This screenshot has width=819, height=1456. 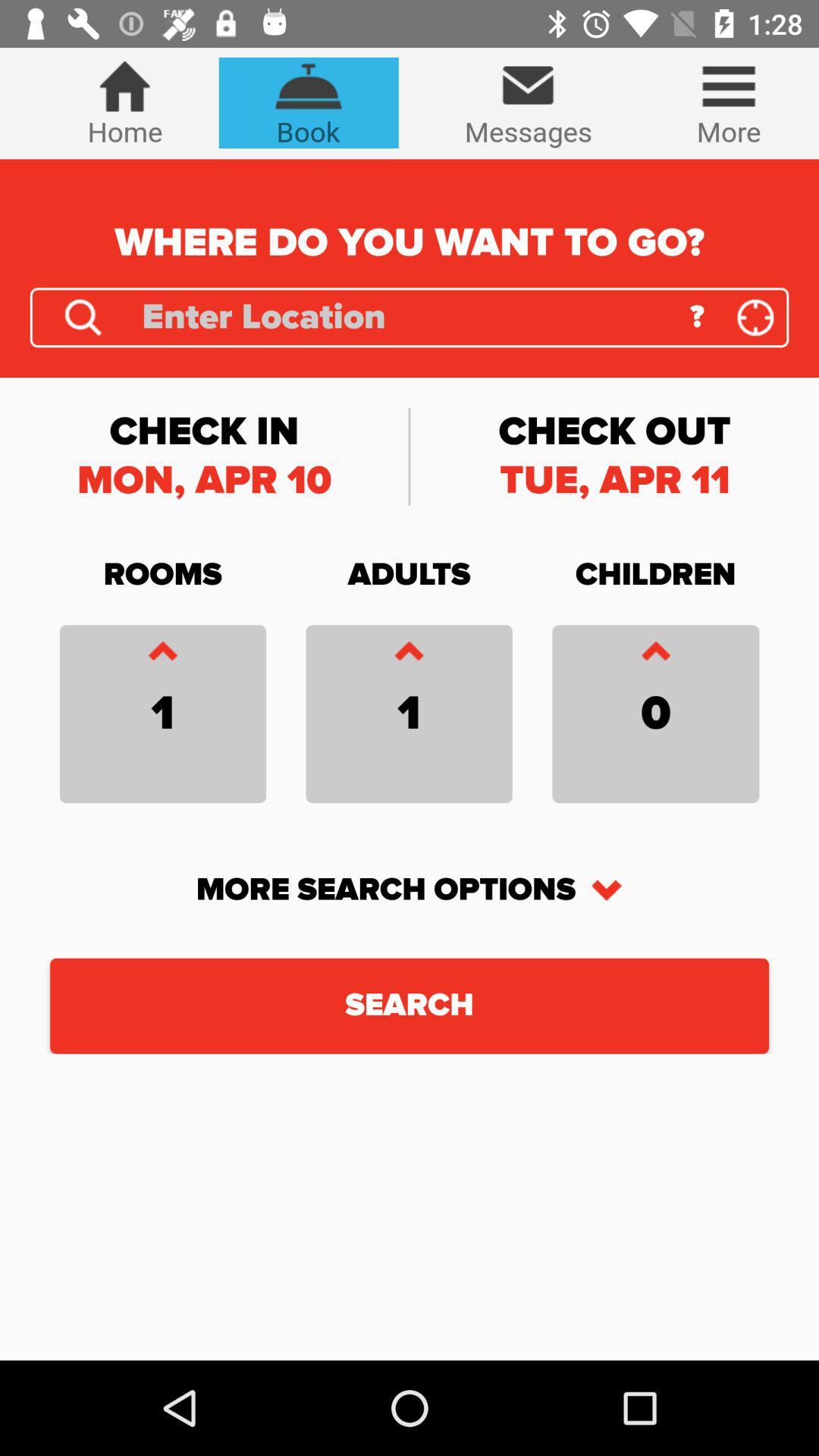 I want to click on search bar, so click(x=403, y=316).